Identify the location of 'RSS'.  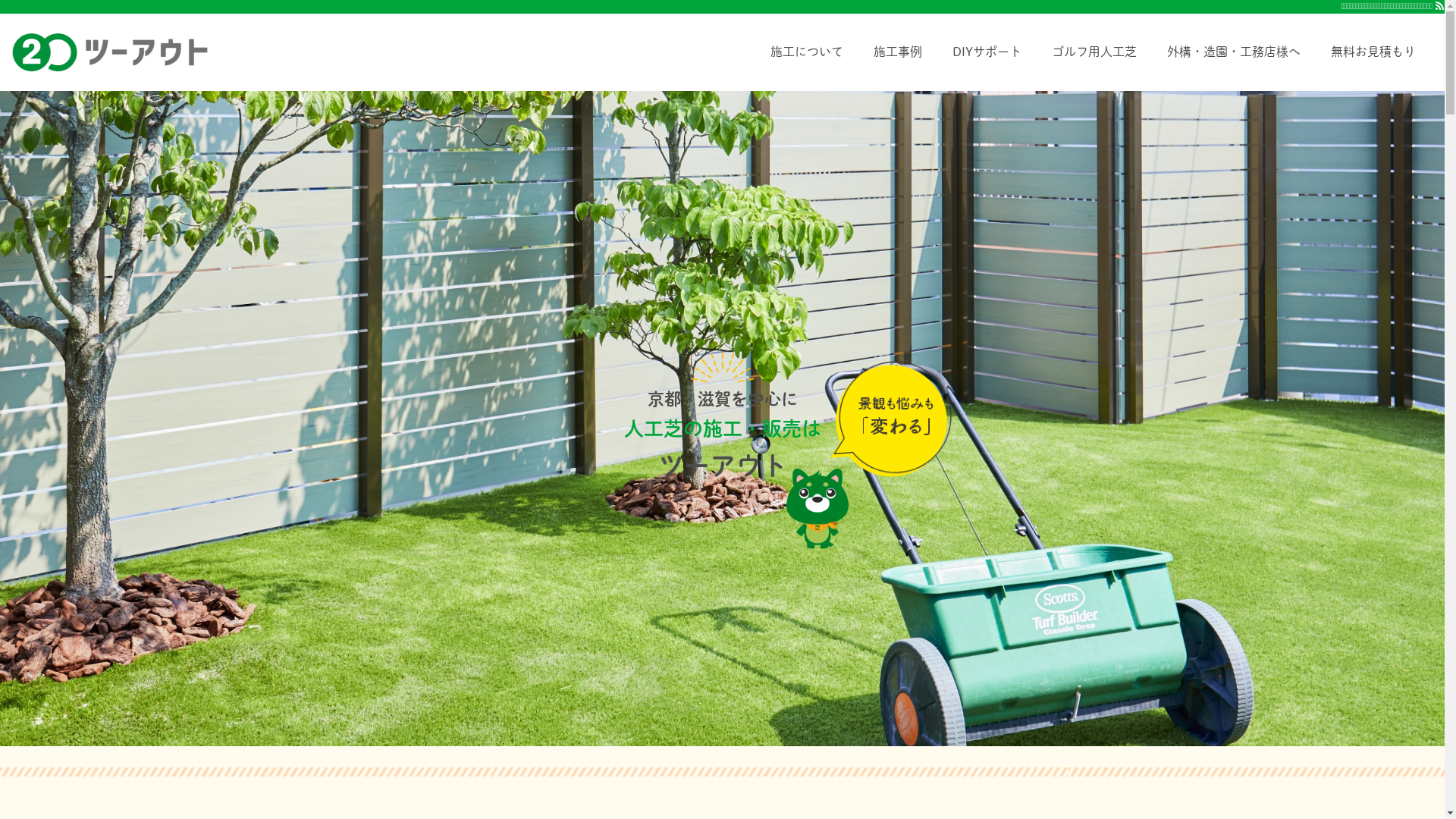
(1439, 5).